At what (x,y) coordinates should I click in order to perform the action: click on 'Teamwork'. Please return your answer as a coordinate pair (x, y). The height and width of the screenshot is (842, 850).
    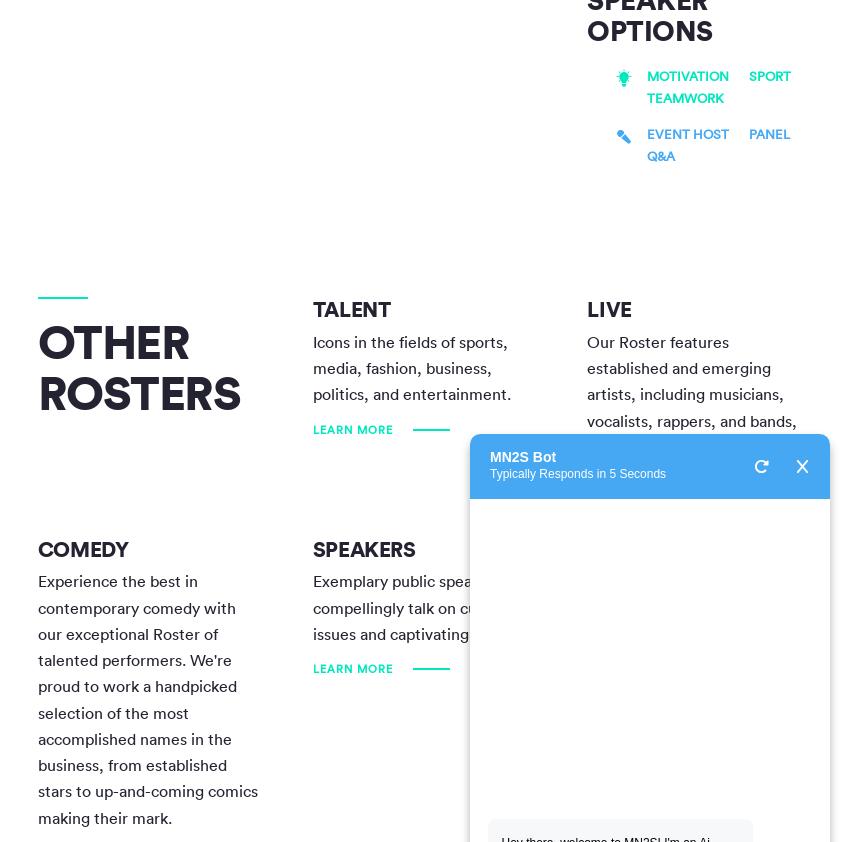
    Looking at the image, I should click on (684, 97).